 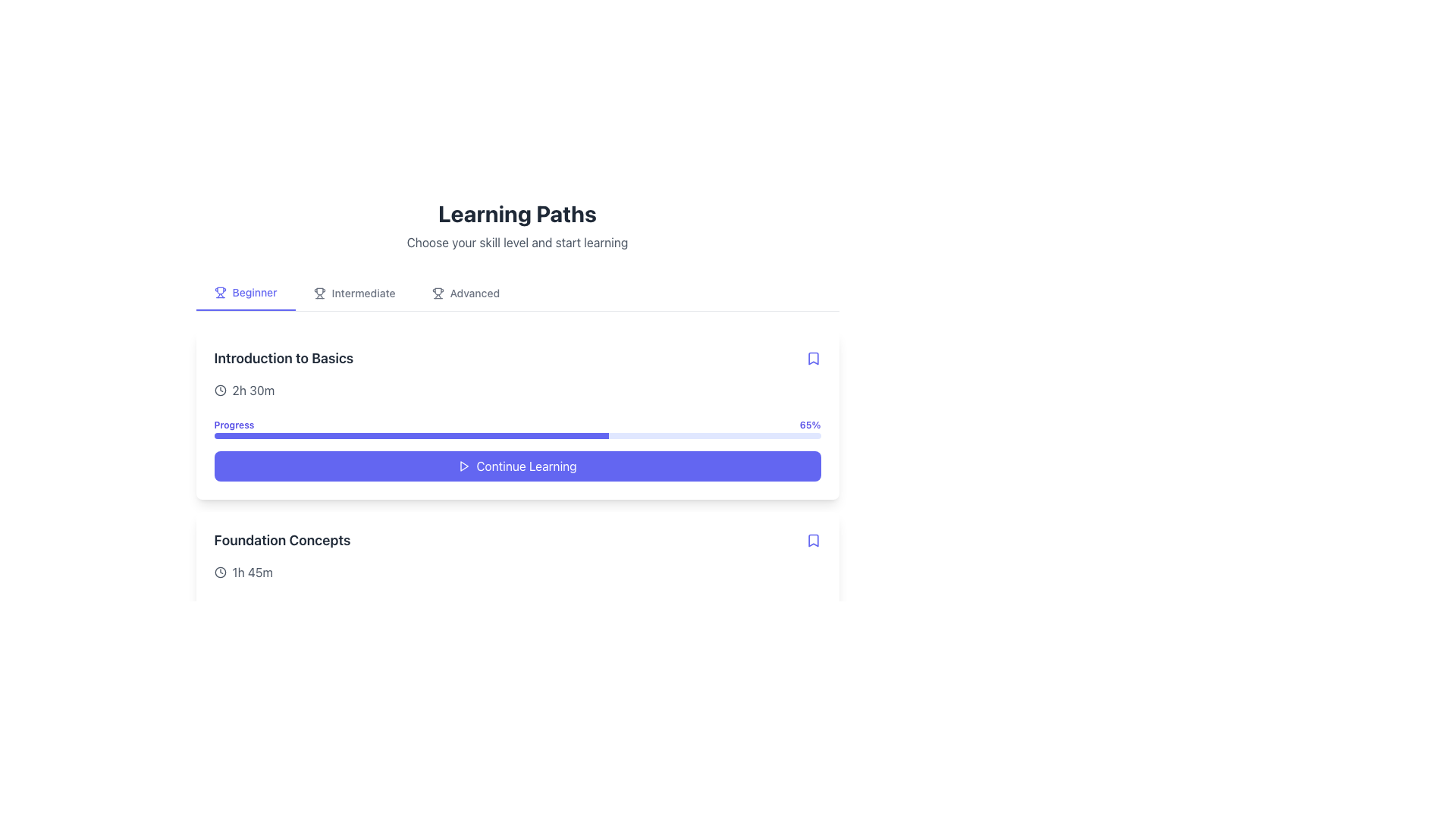 I want to click on the 'Continue Learning' button located in the bottom-right of the 'Introduction to Basics' card within the 'Learning Paths' section to initiate the learning process, so click(x=526, y=465).